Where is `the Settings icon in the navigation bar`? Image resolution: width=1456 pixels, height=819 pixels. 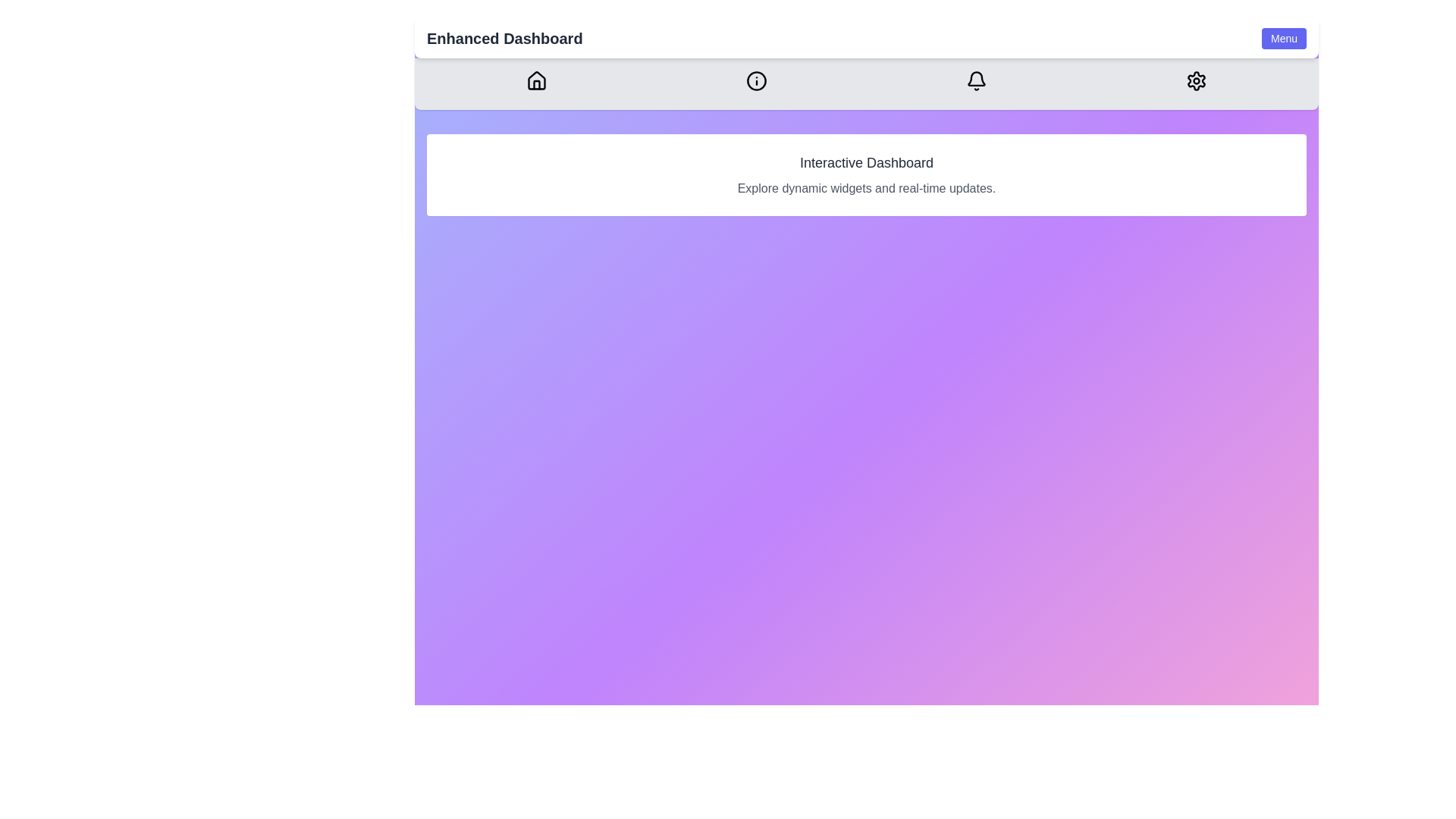
the Settings icon in the navigation bar is located at coordinates (1196, 81).